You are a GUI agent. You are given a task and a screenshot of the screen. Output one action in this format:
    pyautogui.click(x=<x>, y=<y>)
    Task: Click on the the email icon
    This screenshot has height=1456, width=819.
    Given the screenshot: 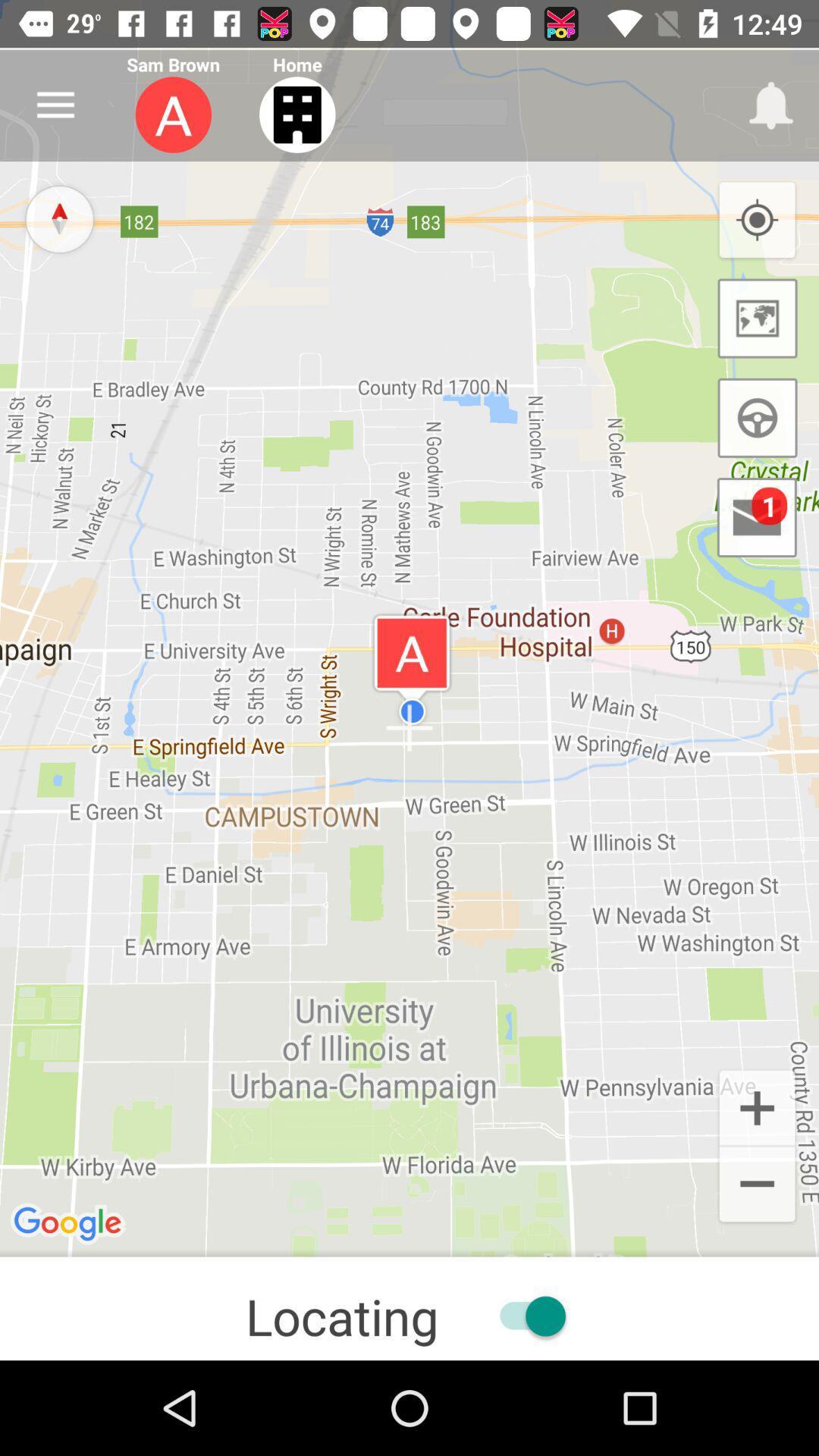 What is the action you would take?
    pyautogui.click(x=757, y=517)
    